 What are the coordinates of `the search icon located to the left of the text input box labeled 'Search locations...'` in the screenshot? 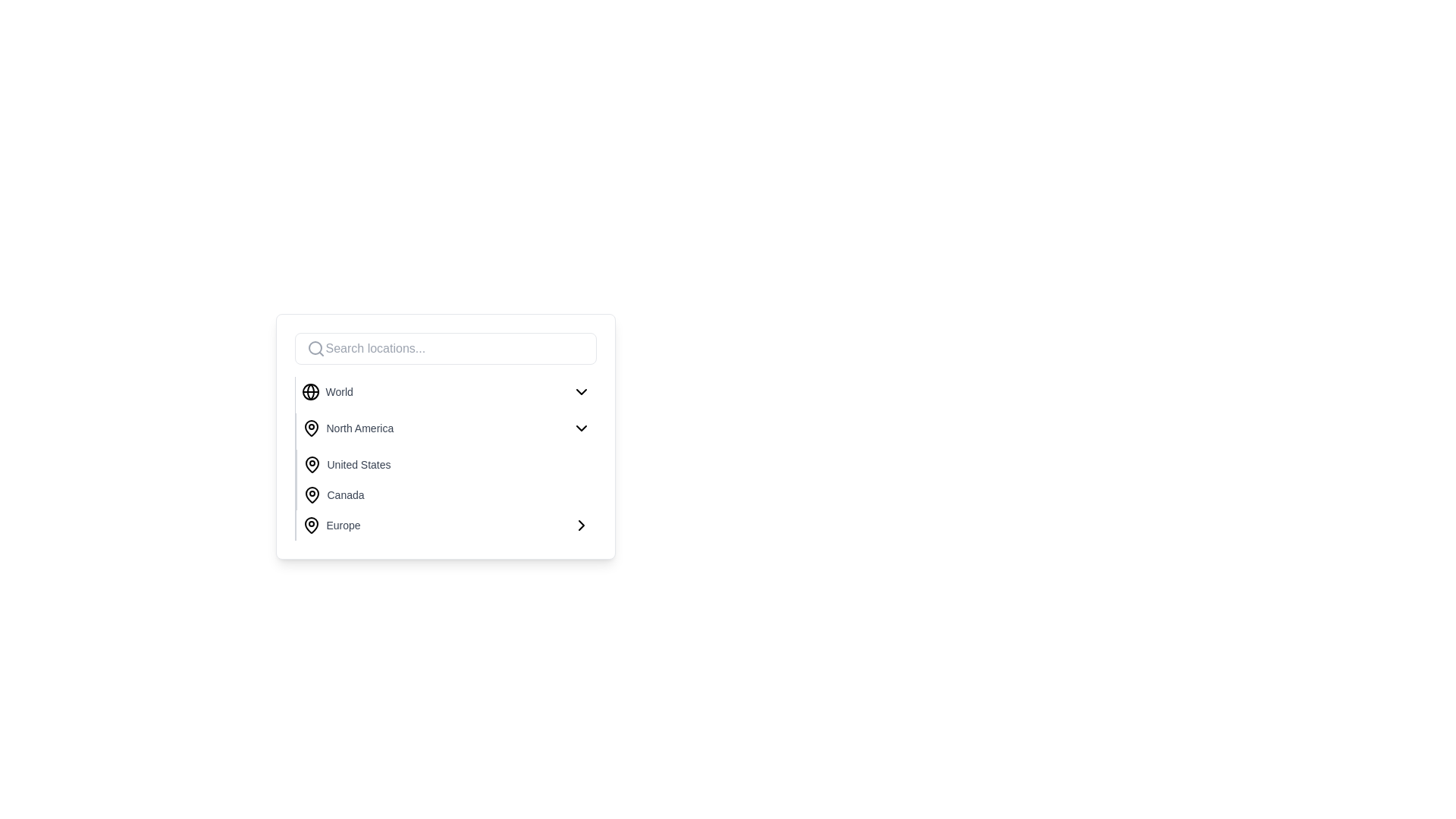 It's located at (315, 348).